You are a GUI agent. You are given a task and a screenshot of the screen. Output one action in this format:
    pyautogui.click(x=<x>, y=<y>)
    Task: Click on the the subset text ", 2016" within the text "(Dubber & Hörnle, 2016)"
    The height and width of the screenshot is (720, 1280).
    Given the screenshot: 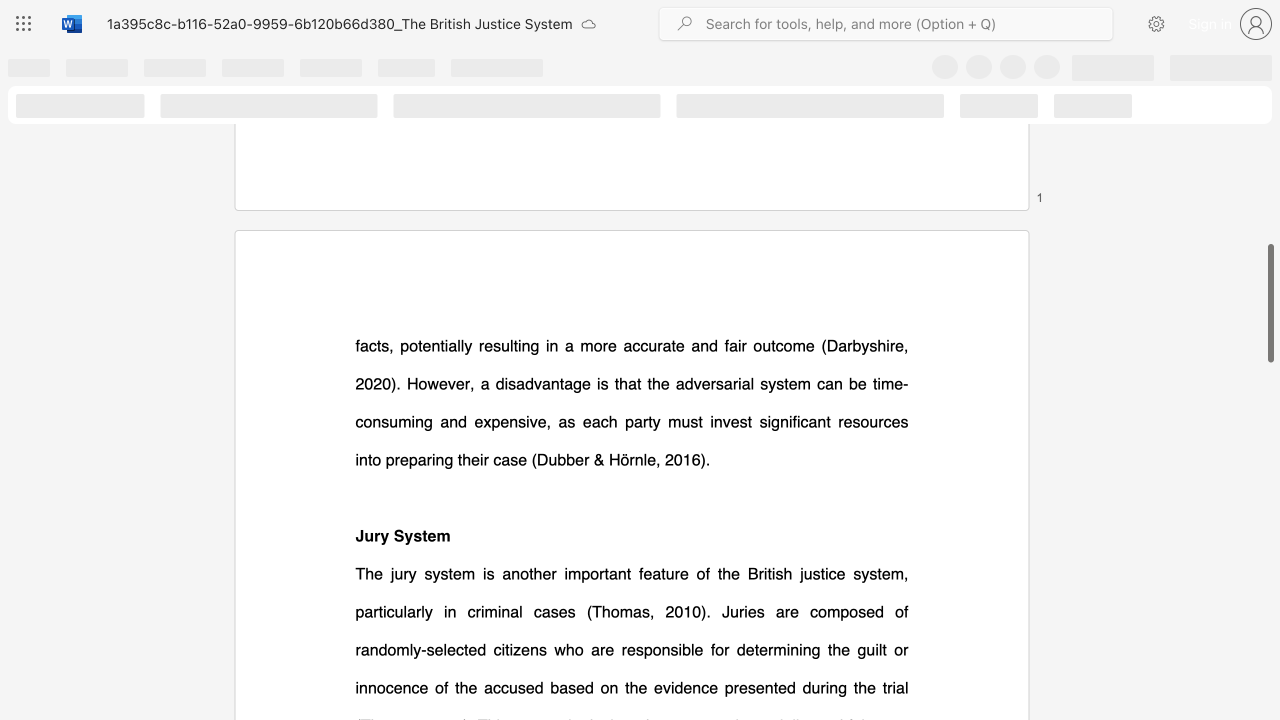 What is the action you would take?
    pyautogui.click(x=656, y=459)
    